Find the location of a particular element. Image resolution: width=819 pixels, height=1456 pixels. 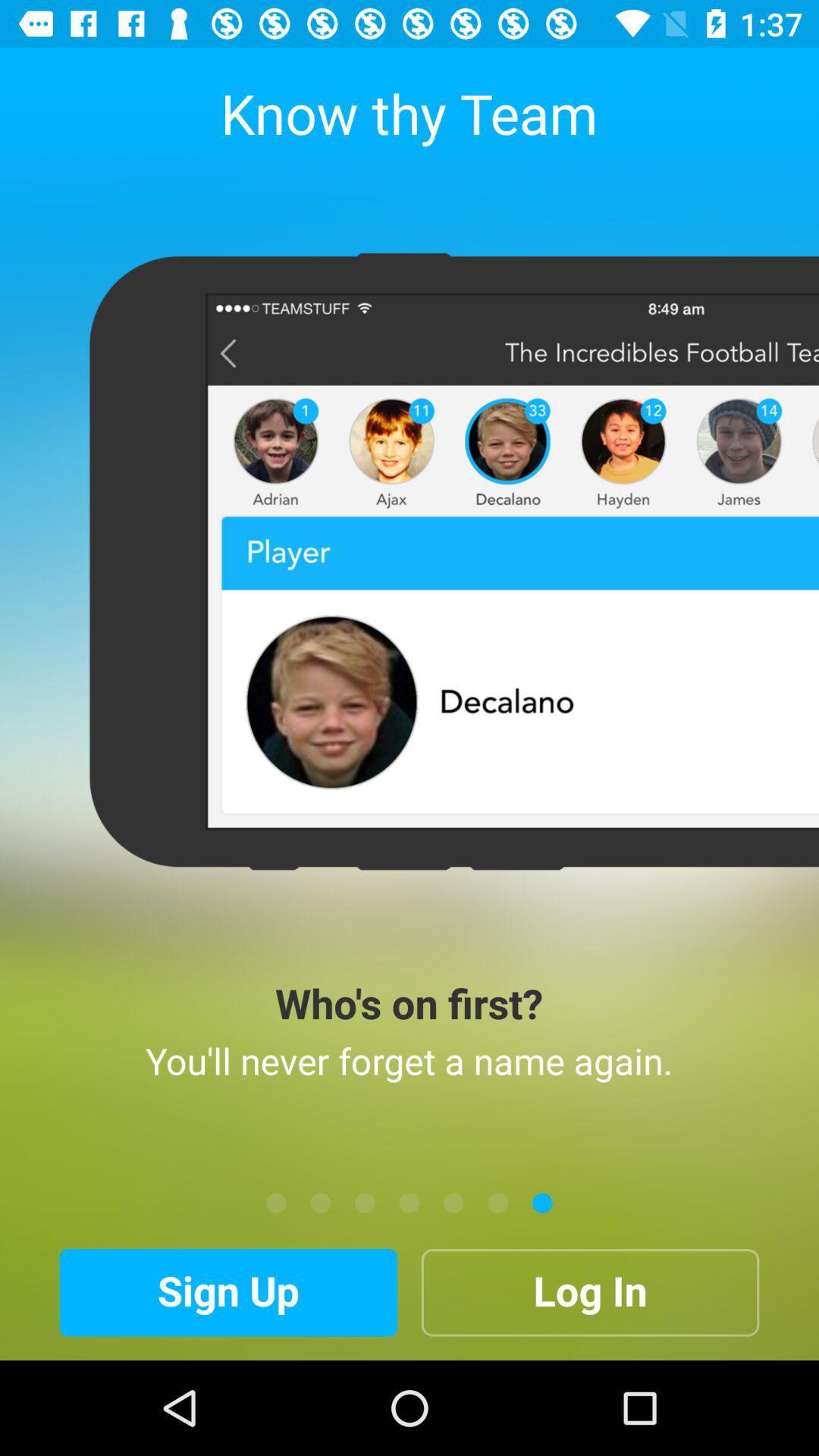

next page is located at coordinates (365, 1202).